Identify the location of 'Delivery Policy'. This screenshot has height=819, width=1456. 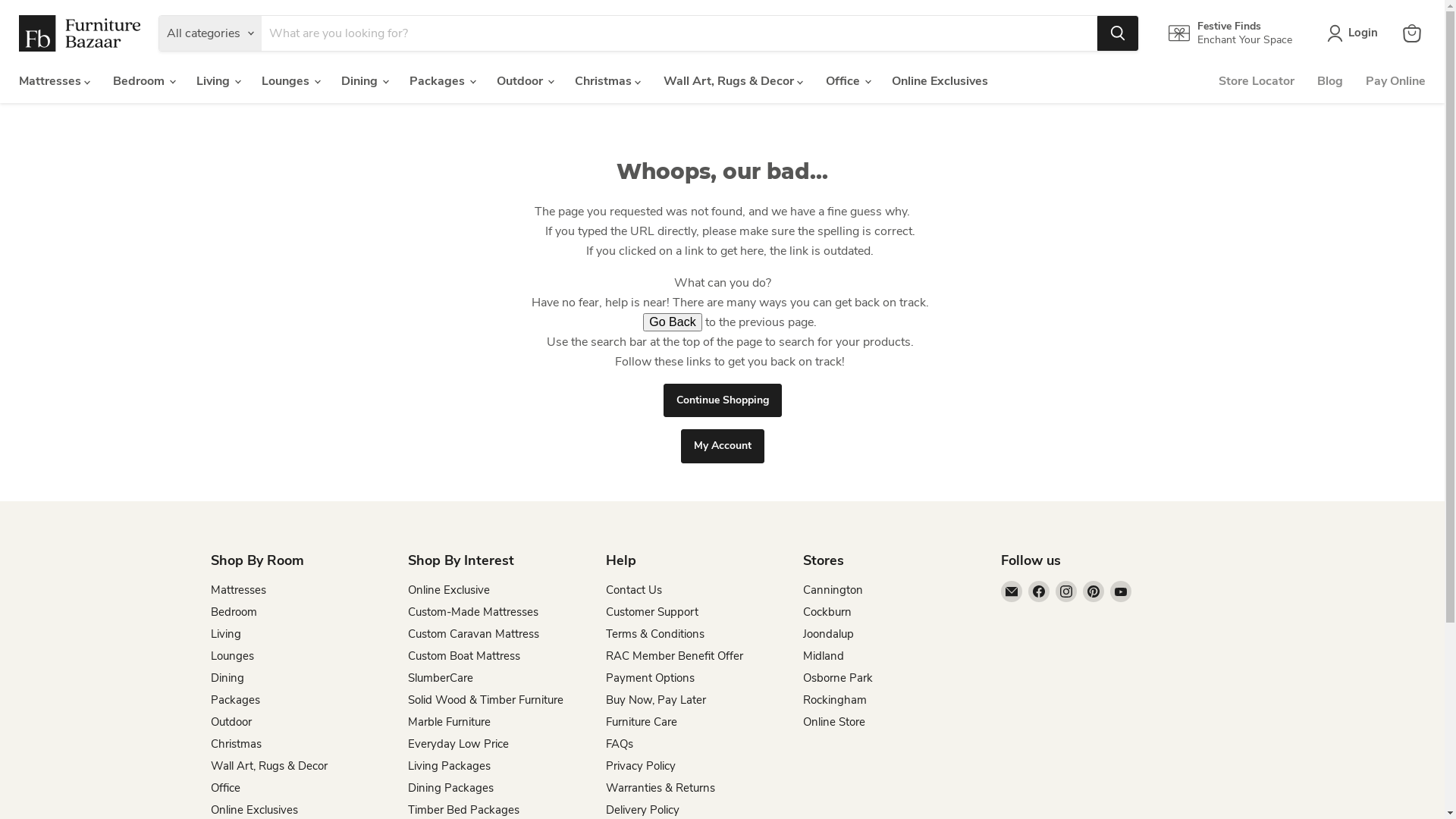
(642, 809).